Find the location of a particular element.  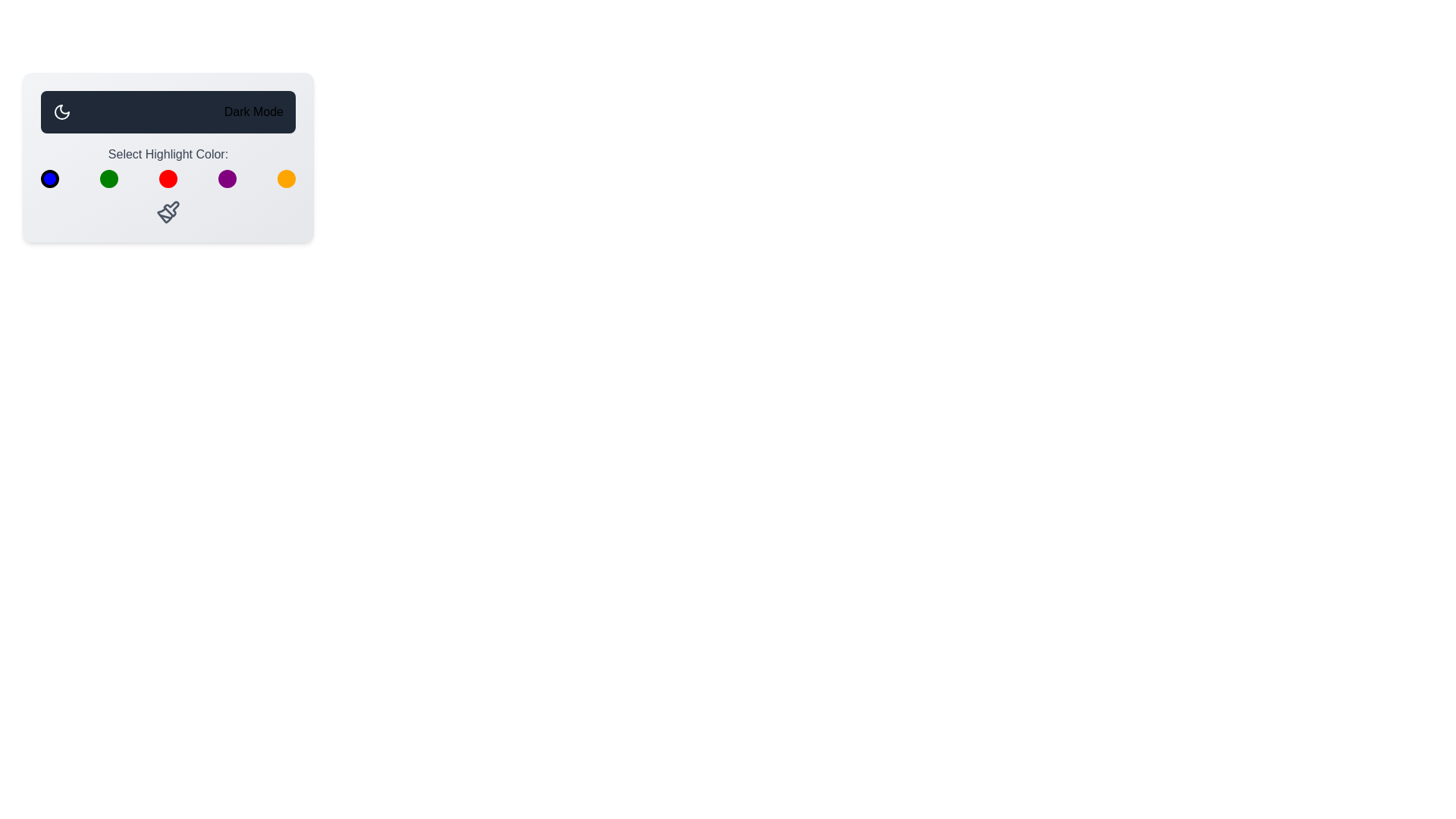

the vibrant orange circular button located at the rightmost position of the group labeled 'Select Highlight Color:' to trigger visual feedback is located at coordinates (287, 177).